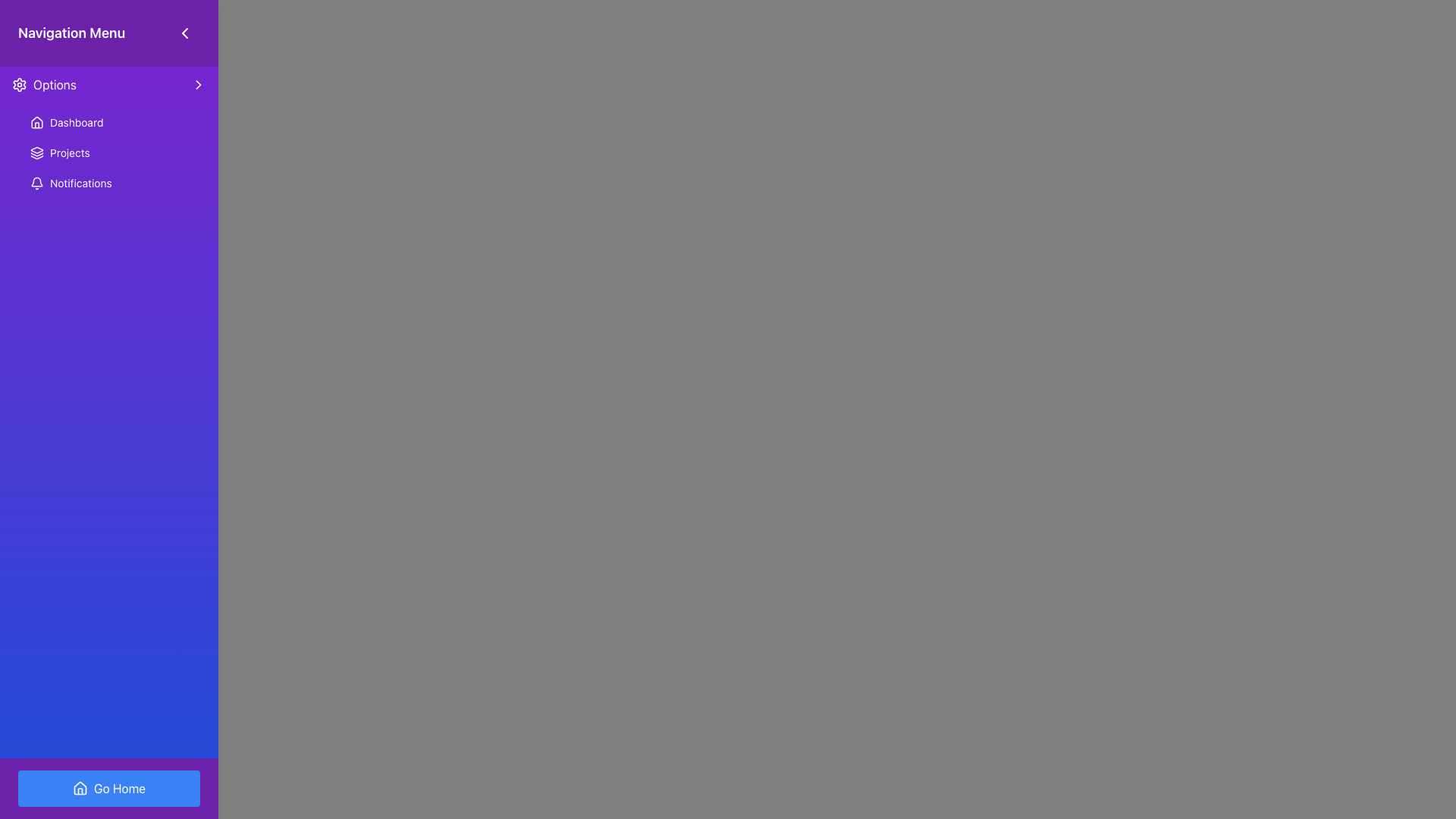  Describe the element at coordinates (19, 84) in the screenshot. I see `the Icon button located on the left navigation bar, adjacent to the 'Options' text` at that location.